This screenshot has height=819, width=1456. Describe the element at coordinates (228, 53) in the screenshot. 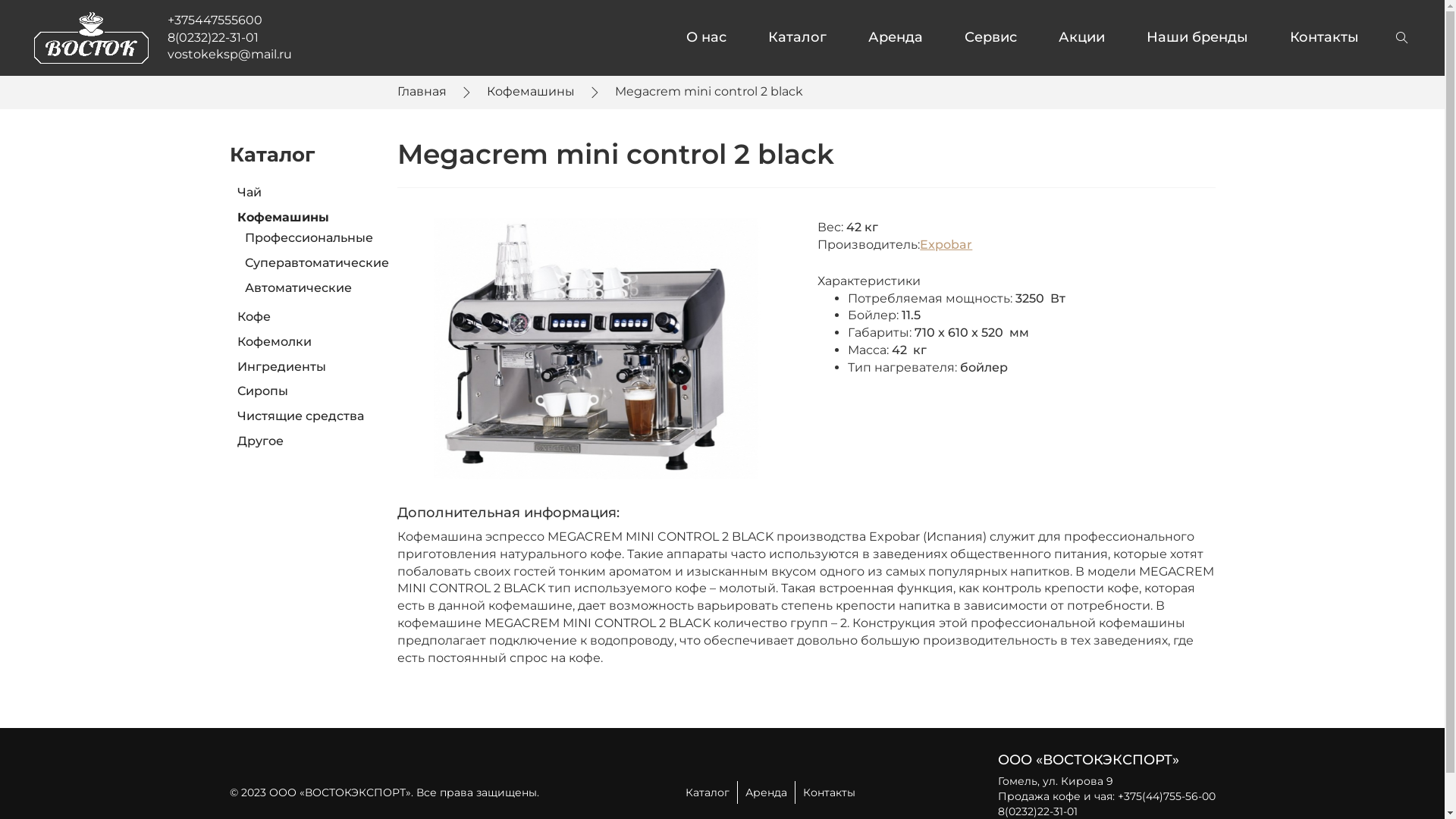

I see `'vostokeksp@mail.ru'` at that location.